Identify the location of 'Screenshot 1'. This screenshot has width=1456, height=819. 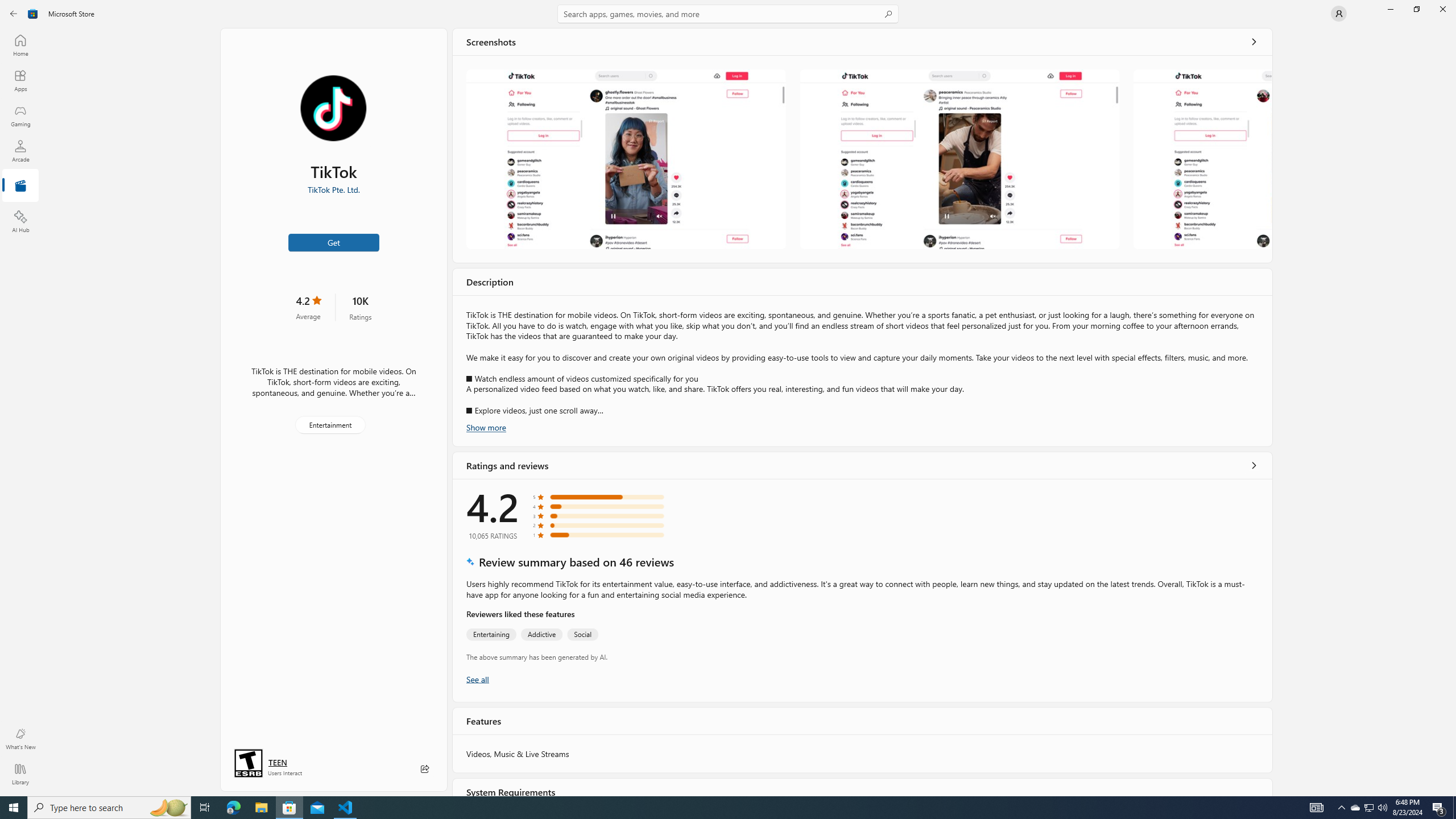
(626, 159).